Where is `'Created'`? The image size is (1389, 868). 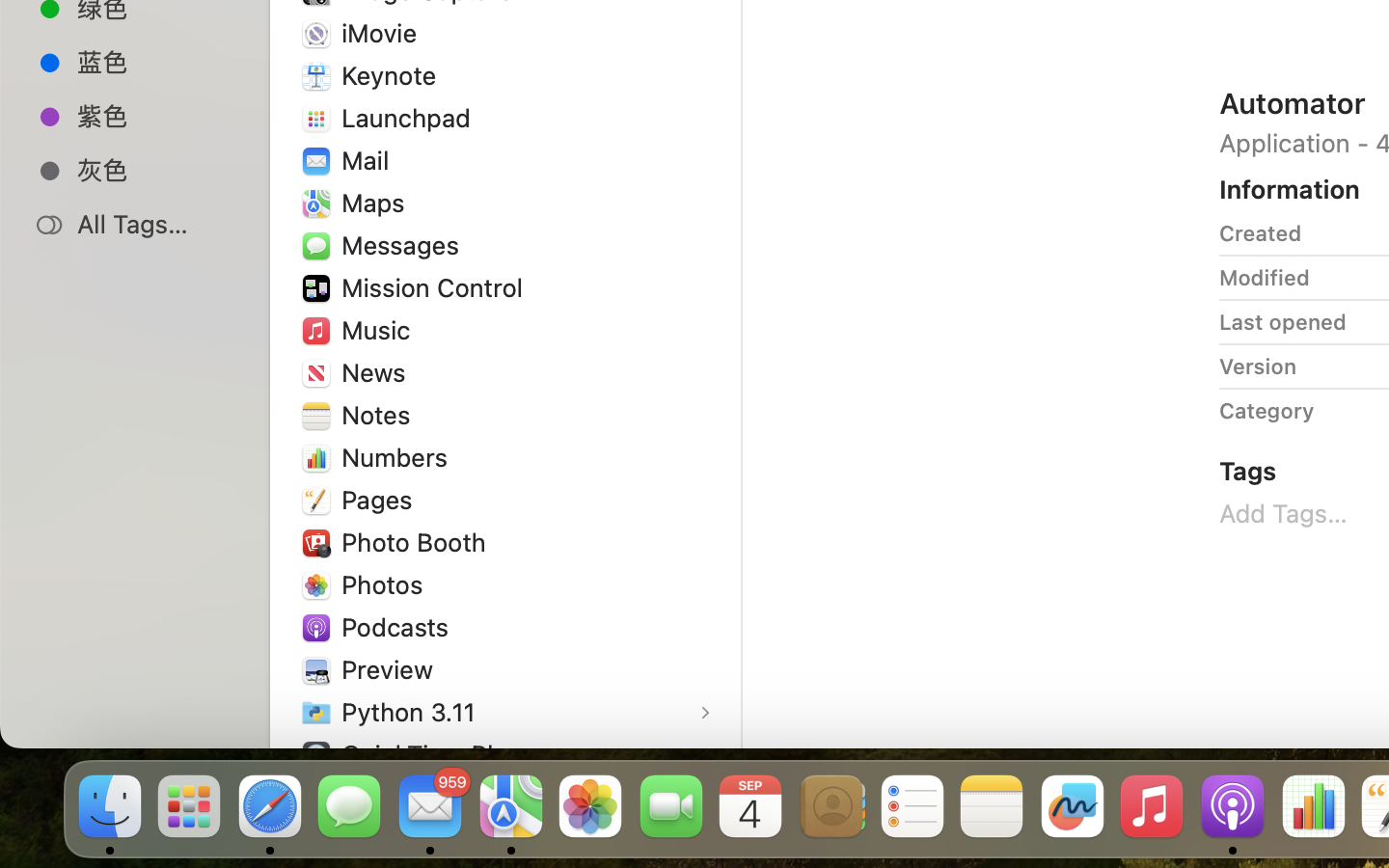 'Created' is located at coordinates (1260, 232).